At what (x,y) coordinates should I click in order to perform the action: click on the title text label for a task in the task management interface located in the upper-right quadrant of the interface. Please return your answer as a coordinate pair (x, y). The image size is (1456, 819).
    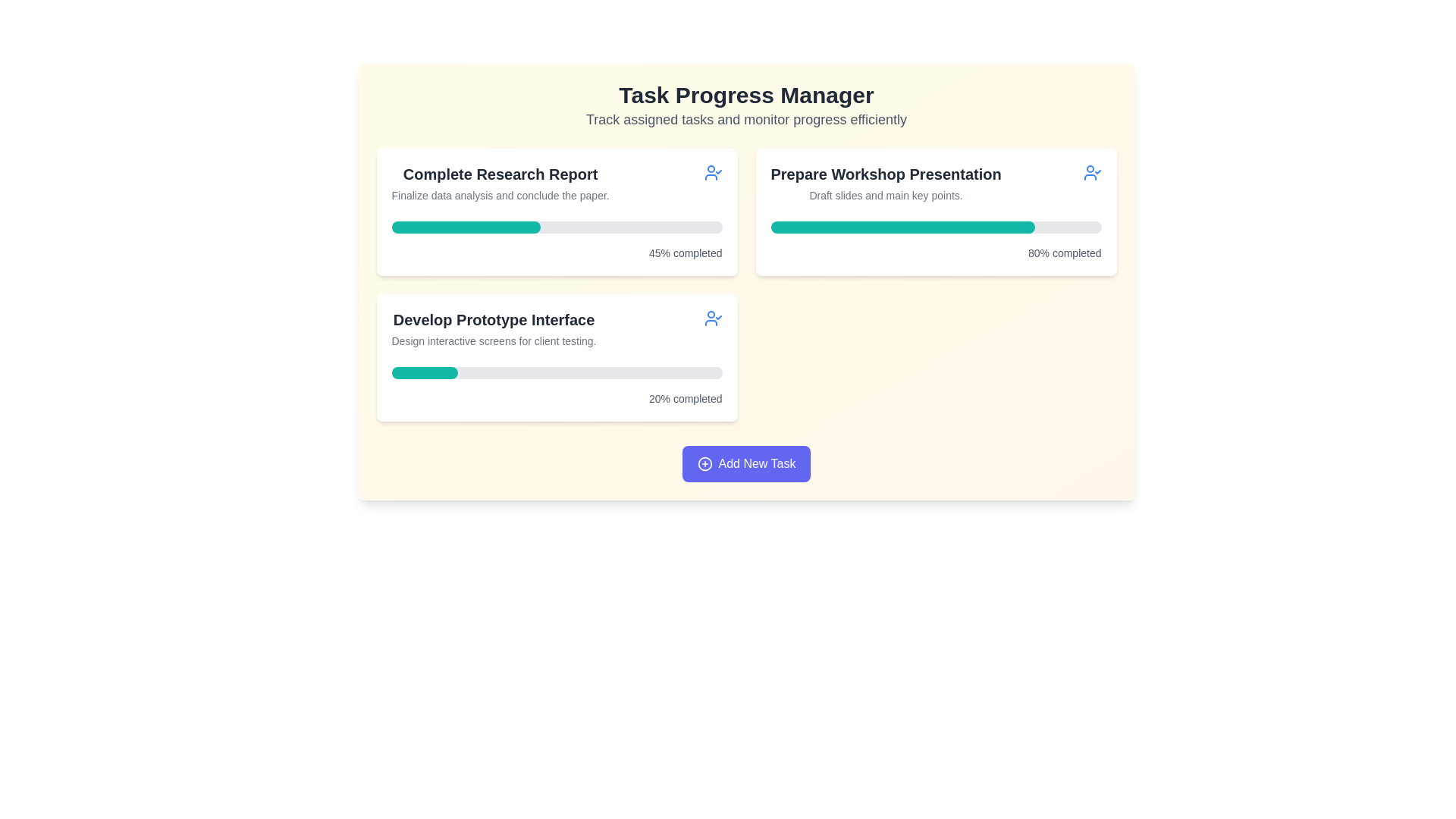
    Looking at the image, I should click on (886, 174).